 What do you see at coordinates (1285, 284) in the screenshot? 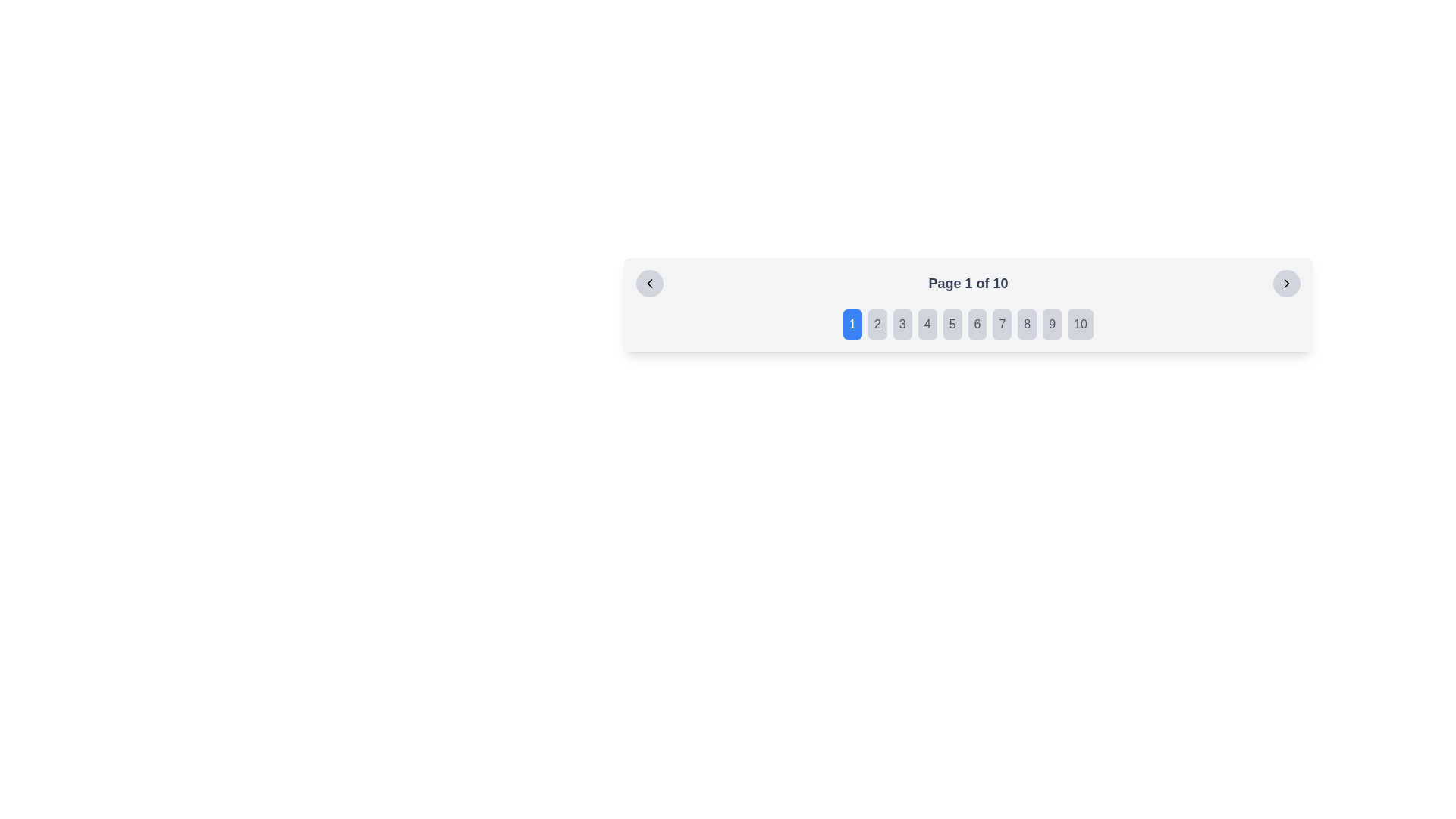
I see `the 'next' button located at the far right of the pagination controls` at bounding box center [1285, 284].